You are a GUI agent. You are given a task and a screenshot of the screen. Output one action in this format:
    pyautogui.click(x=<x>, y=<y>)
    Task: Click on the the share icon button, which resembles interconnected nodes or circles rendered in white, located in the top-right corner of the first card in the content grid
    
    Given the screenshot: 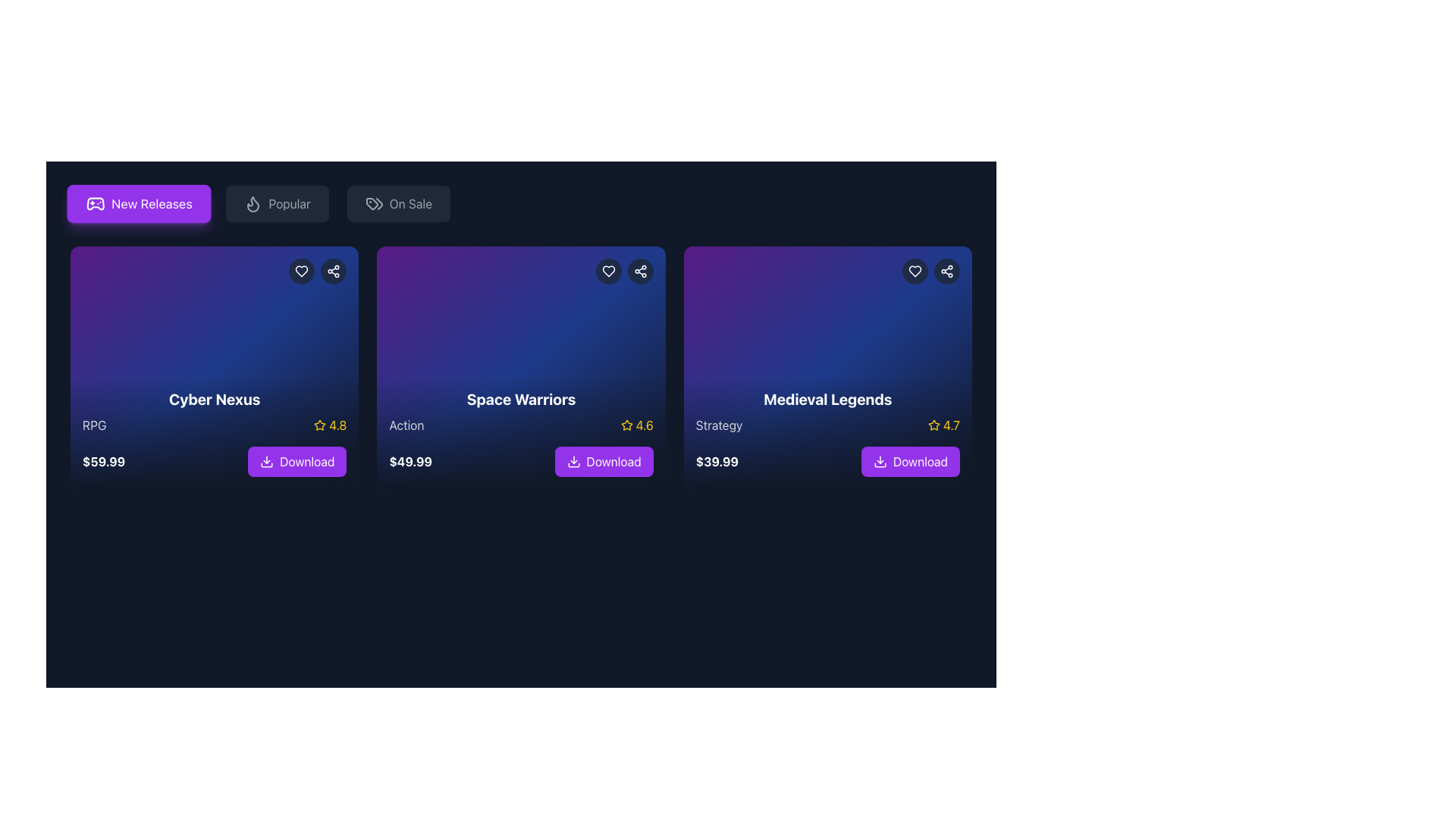 What is the action you would take?
    pyautogui.click(x=333, y=271)
    